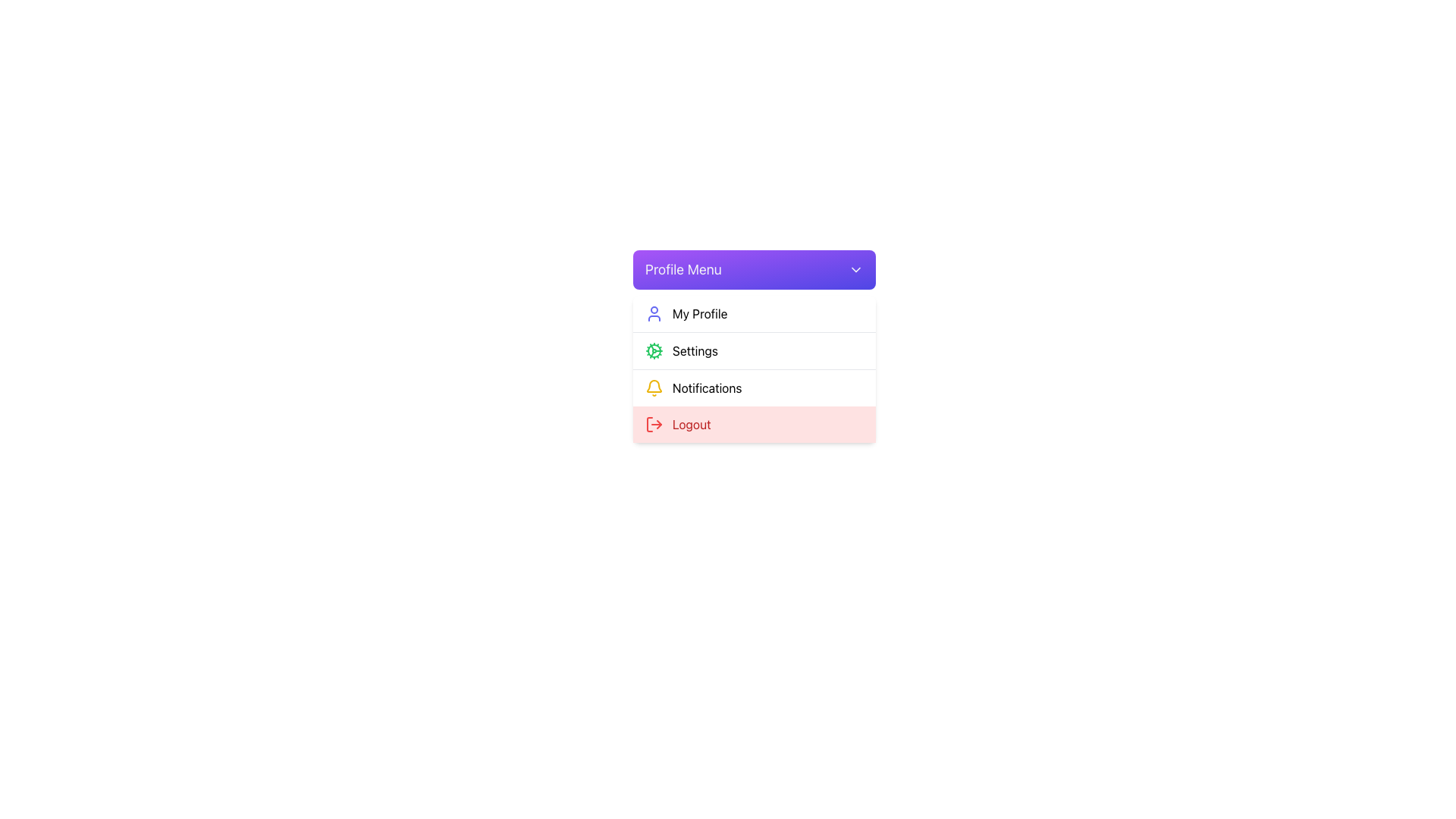  Describe the element at coordinates (699, 312) in the screenshot. I see `text label displaying 'My Profile' located in the dropdown menu beside the user profile icon` at that location.